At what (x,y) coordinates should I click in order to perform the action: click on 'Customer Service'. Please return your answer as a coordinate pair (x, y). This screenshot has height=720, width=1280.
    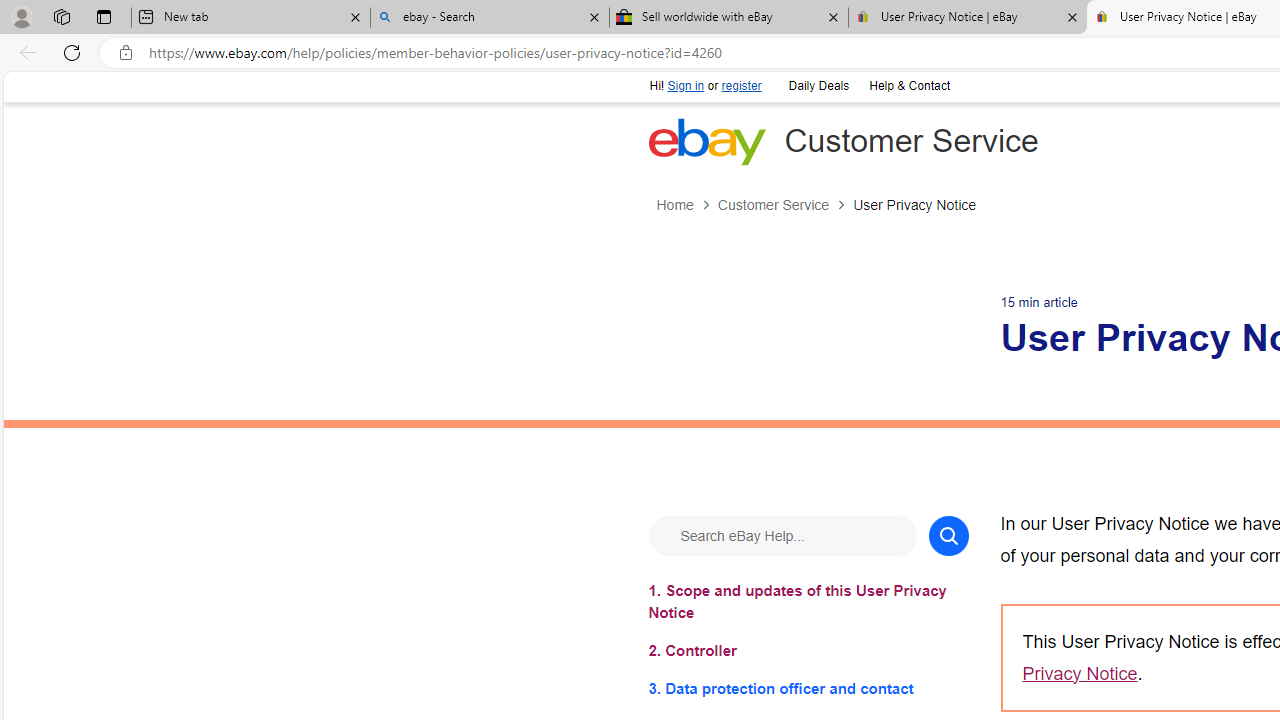
    Looking at the image, I should click on (772, 205).